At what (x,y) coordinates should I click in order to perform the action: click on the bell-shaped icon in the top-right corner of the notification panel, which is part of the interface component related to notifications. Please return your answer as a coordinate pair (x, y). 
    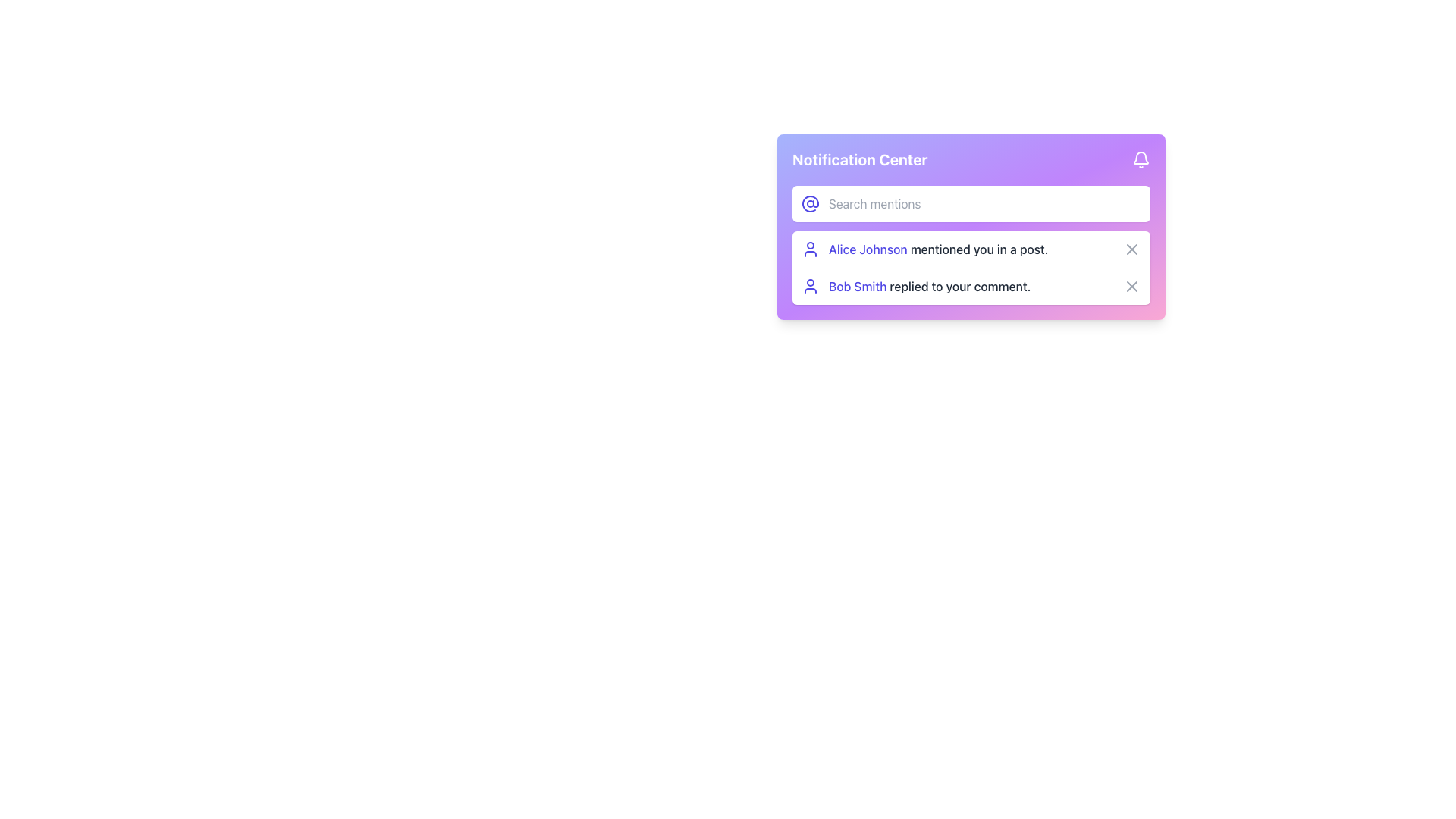
    Looking at the image, I should click on (1141, 158).